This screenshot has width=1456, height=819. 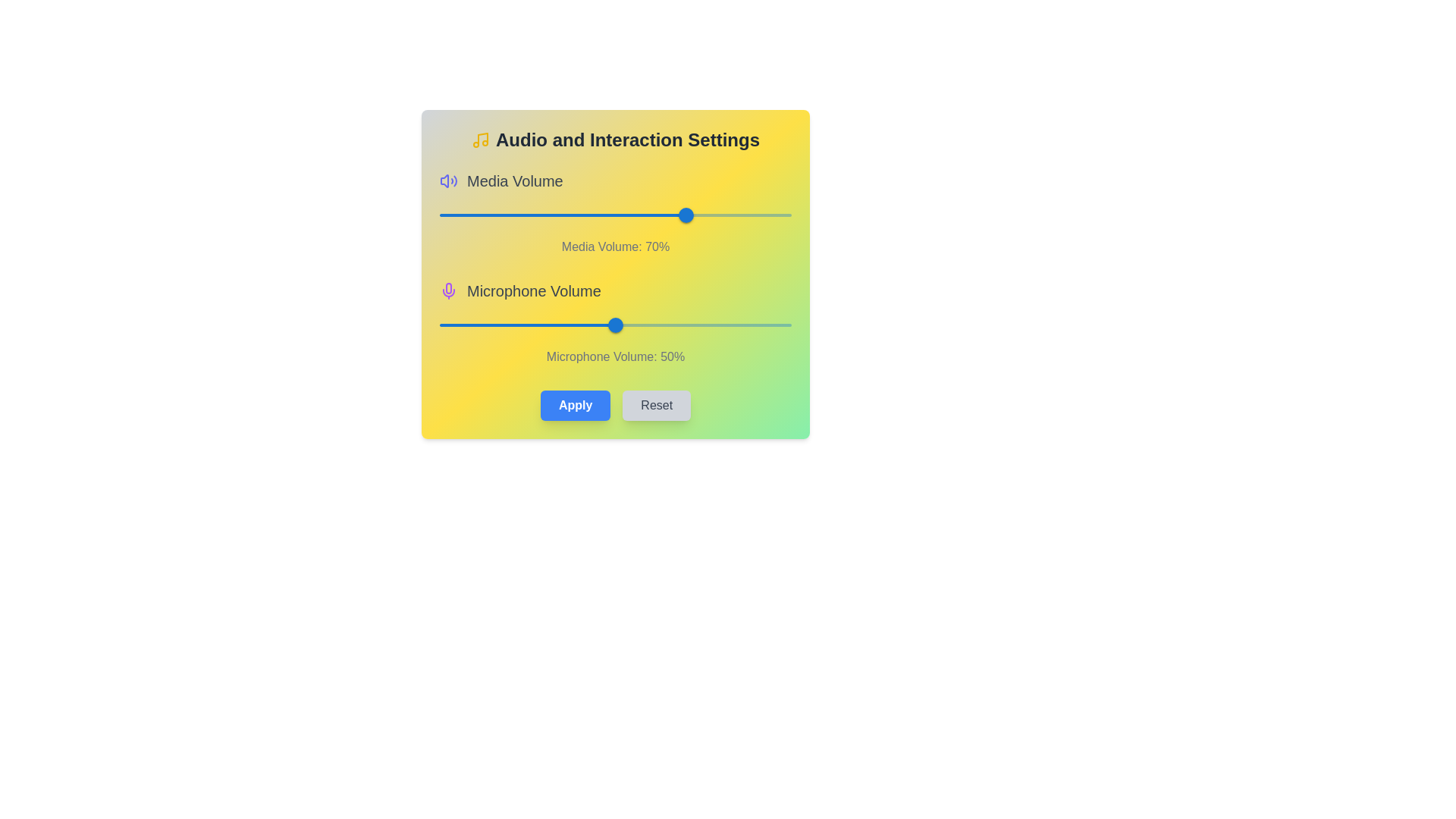 I want to click on the media volume, so click(x=770, y=215).